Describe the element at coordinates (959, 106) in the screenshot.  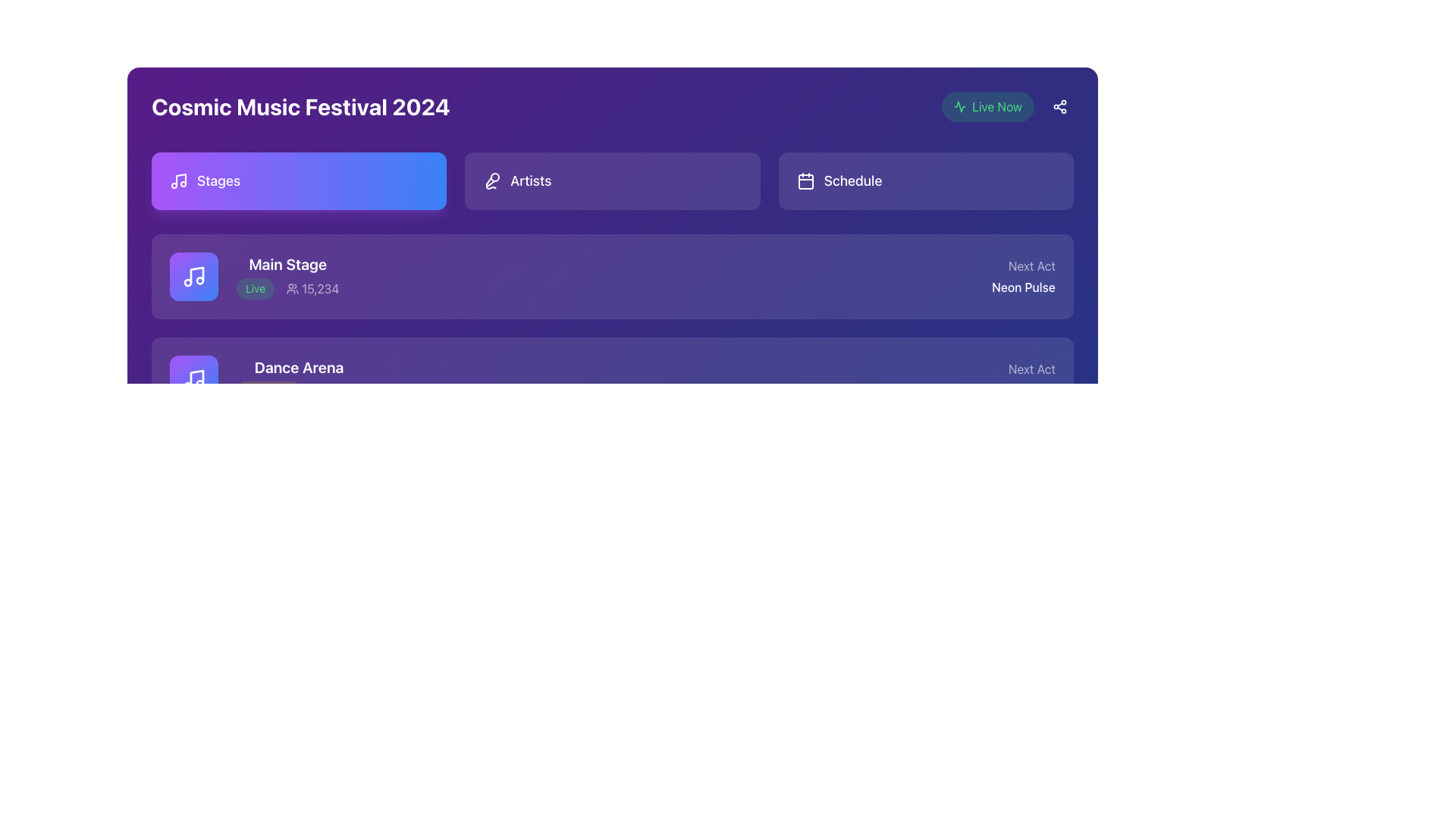
I see `the icon located in the top-right corner of the interface, adjacent to the 'Live Now' green button and above the share icon` at that location.